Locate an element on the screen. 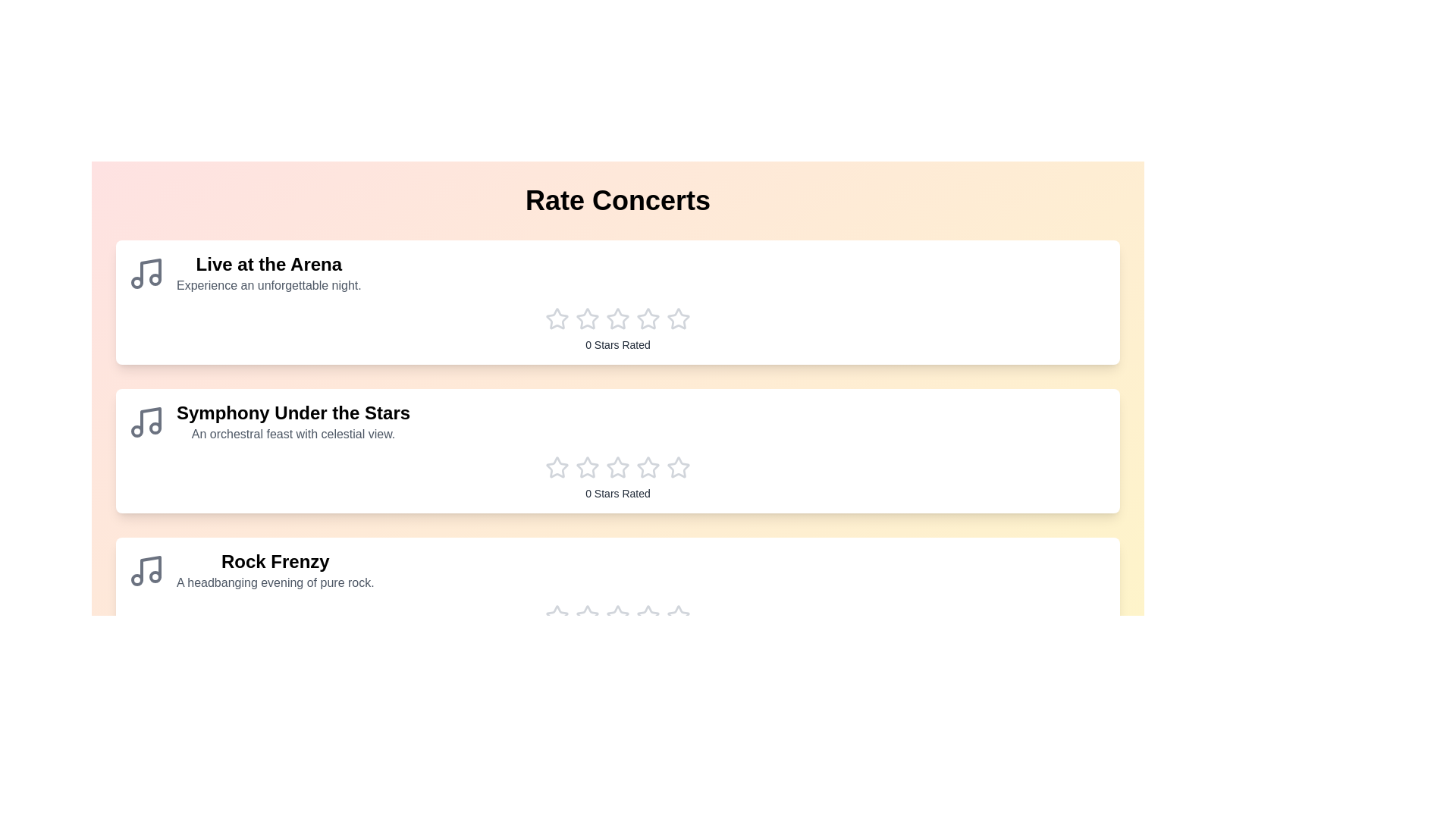 This screenshot has height=819, width=1456. the star corresponding to the rating 2 for the concert Symphony Under the Stars is located at coordinates (586, 467).